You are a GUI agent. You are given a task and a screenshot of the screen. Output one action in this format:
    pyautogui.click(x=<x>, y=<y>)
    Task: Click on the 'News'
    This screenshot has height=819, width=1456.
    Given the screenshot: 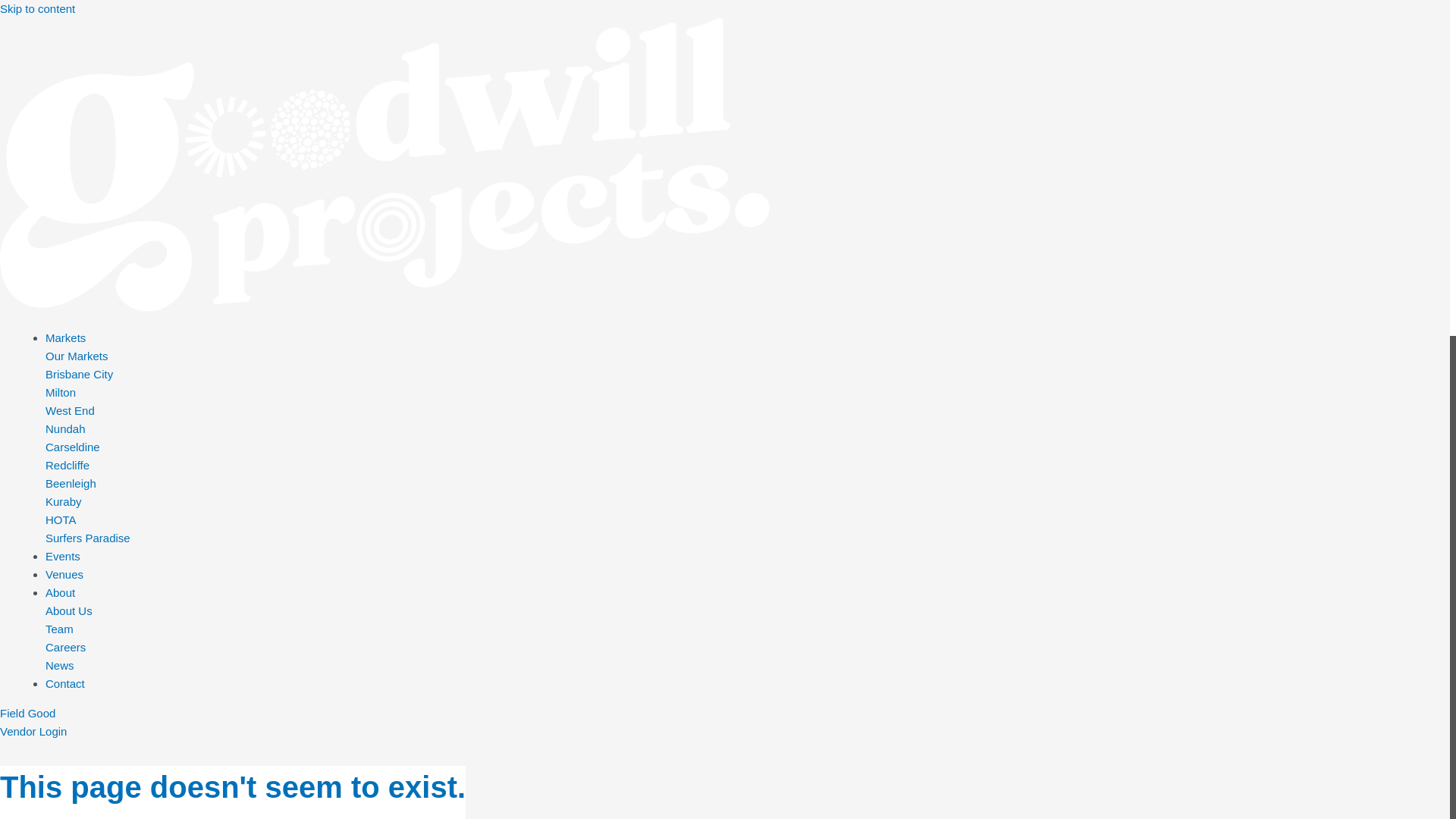 What is the action you would take?
    pyautogui.click(x=59, y=664)
    